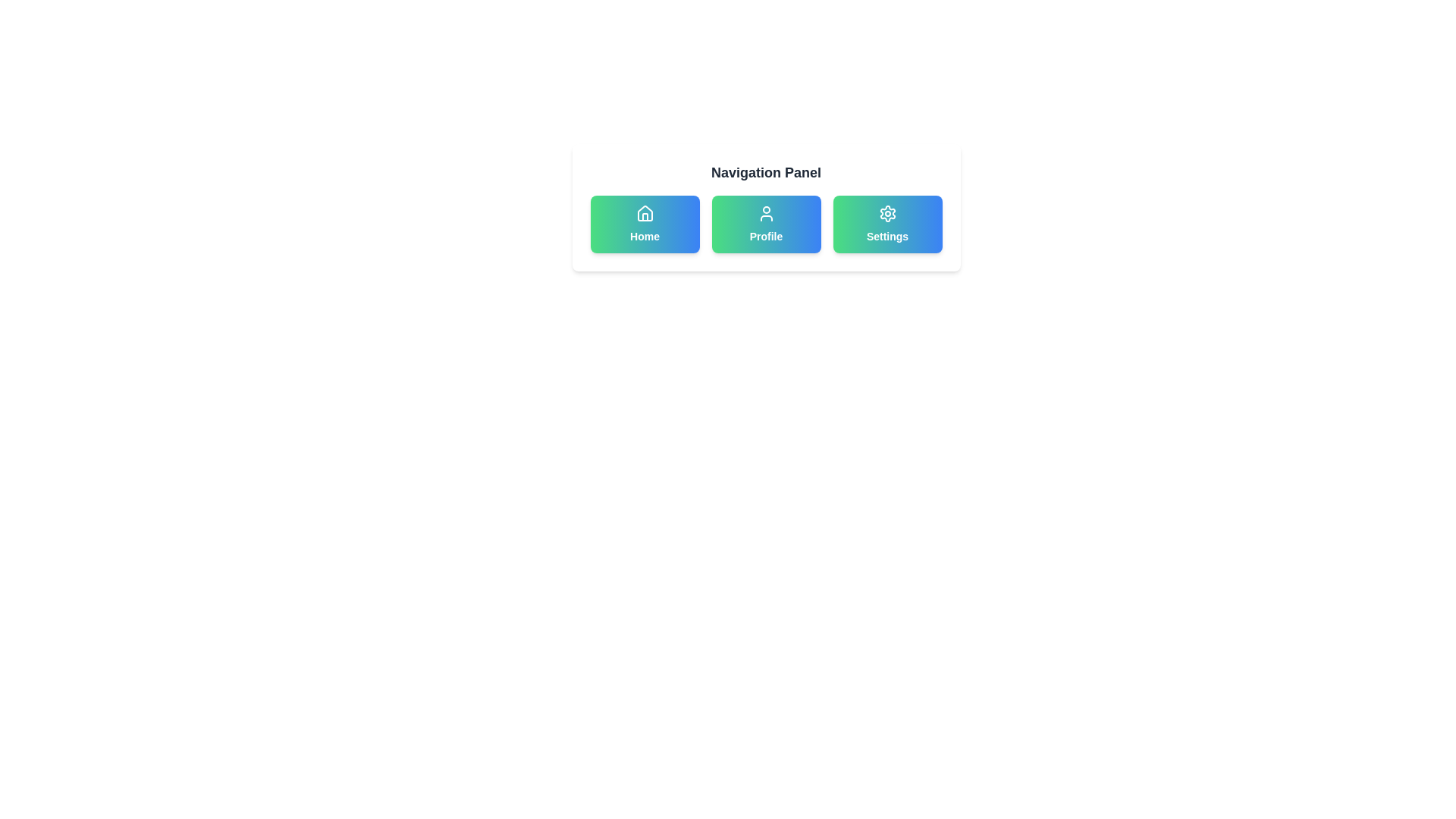 The height and width of the screenshot is (819, 1456). Describe the element at coordinates (645, 224) in the screenshot. I see `the home navigation button located at the center of the top section of the interface, which is the first option in the horizontal navigation panel` at that location.